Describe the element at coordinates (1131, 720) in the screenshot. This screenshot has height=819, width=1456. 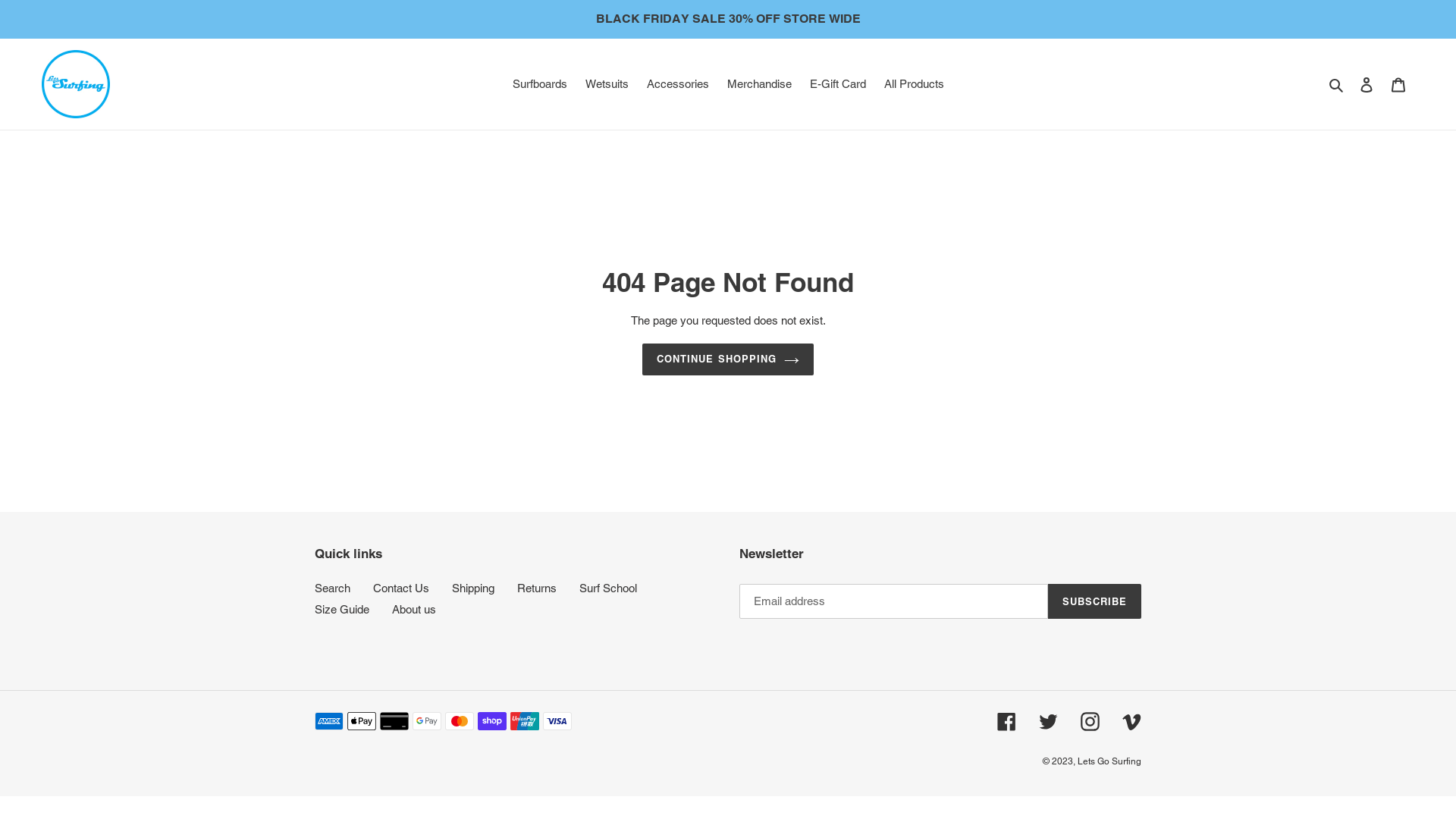
I see `'Vimeo'` at that location.